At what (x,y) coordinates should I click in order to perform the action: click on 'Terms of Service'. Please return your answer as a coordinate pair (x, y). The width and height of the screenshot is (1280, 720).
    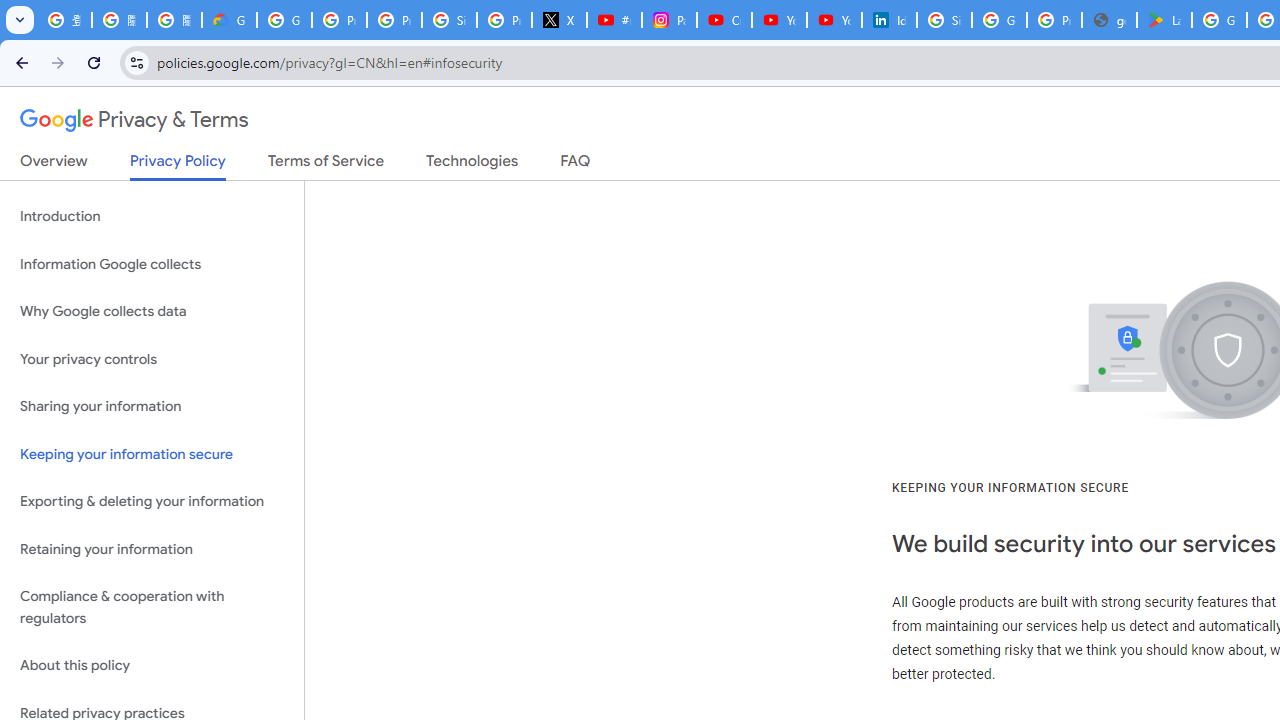
    Looking at the image, I should click on (326, 164).